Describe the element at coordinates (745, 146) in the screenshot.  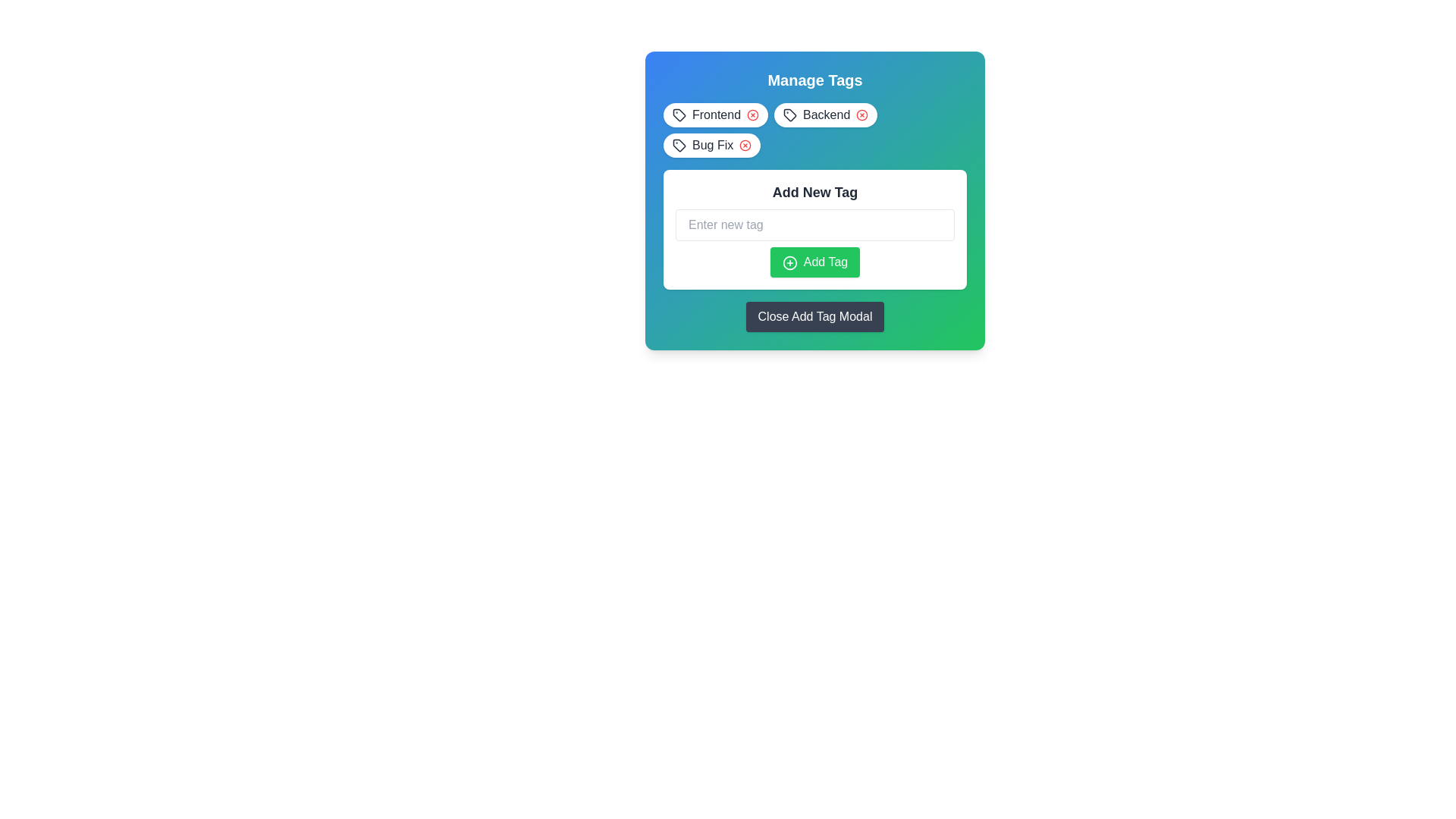
I see `the red circular cross icon button, which represents a 'close' or 'remove' action` at that location.